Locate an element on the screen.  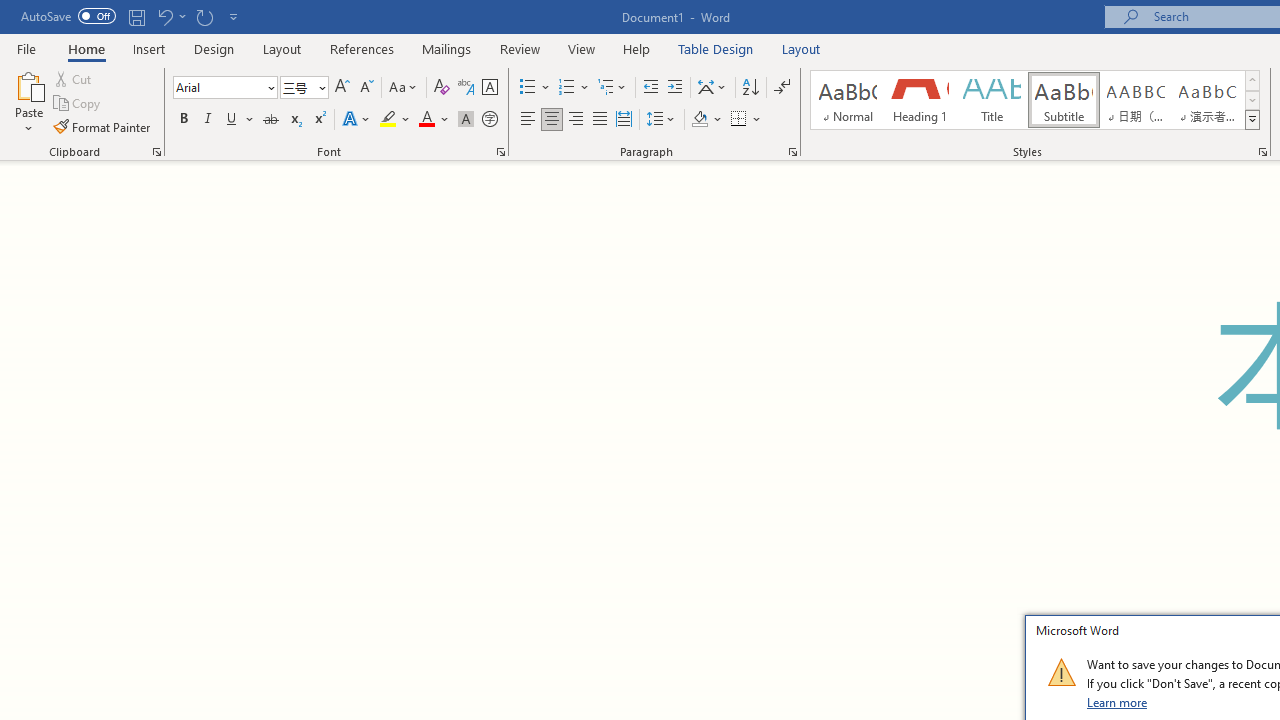
'Save' is located at coordinates (135, 16).